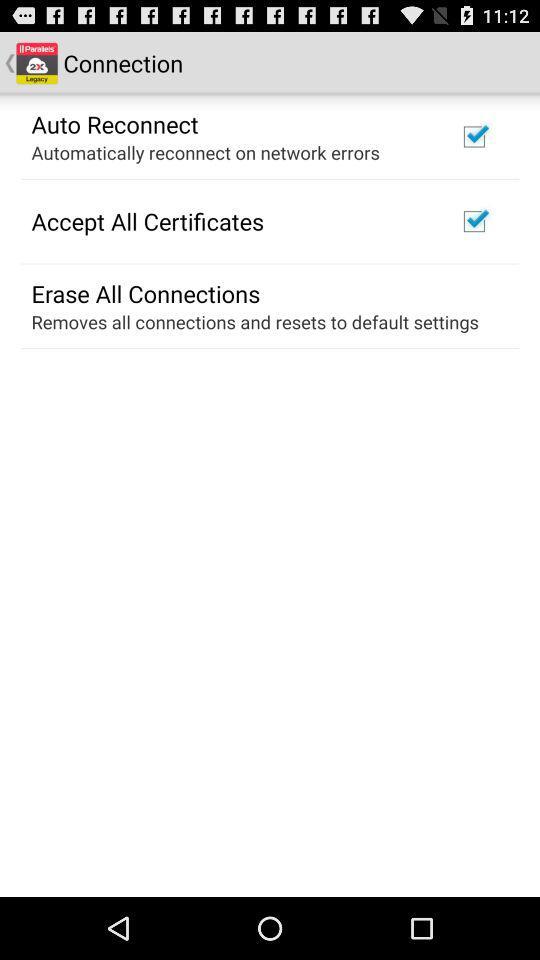  Describe the element at coordinates (146, 221) in the screenshot. I see `accept all certificates item` at that location.